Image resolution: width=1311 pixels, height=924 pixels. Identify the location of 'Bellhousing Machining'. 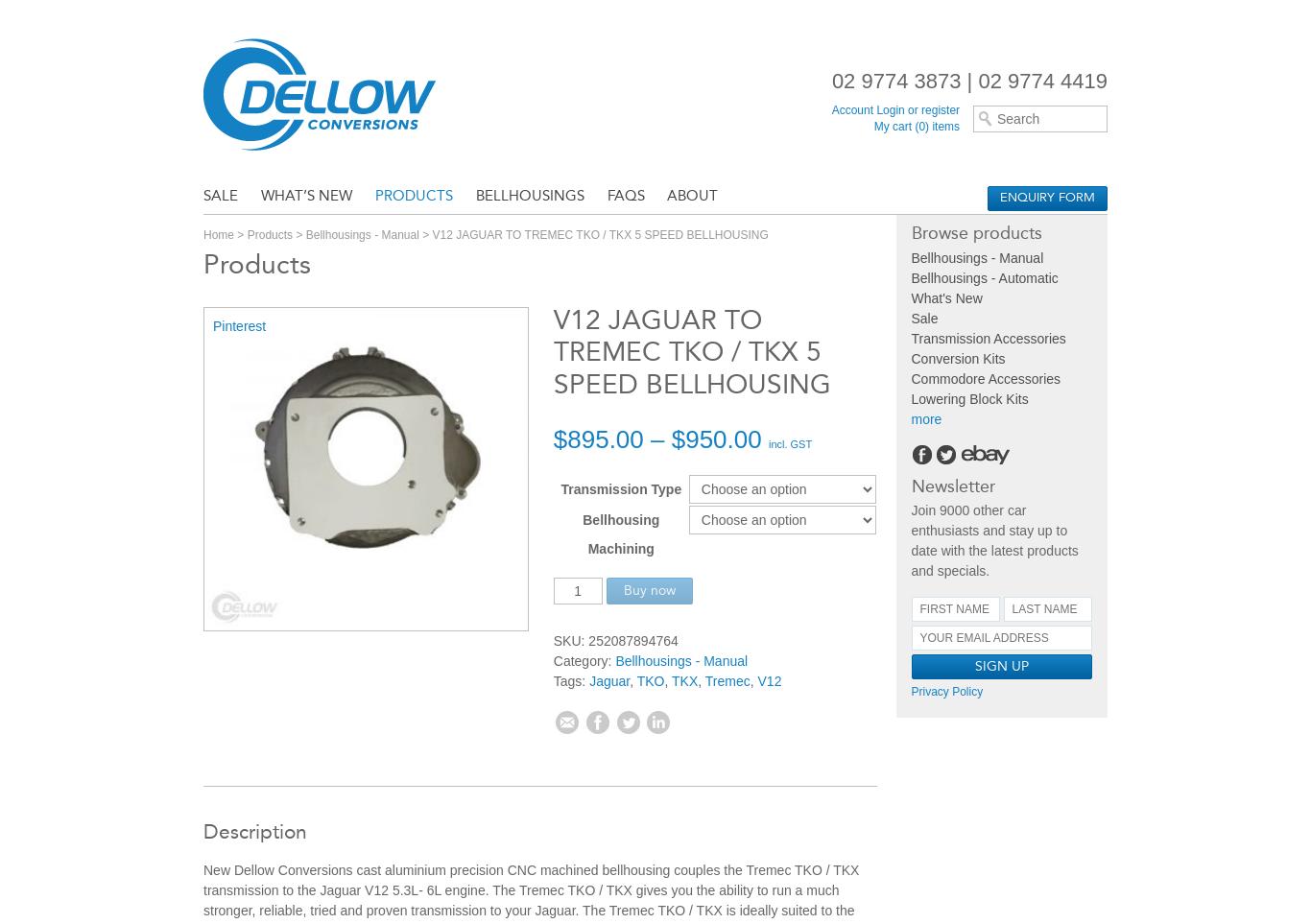
(619, 533).